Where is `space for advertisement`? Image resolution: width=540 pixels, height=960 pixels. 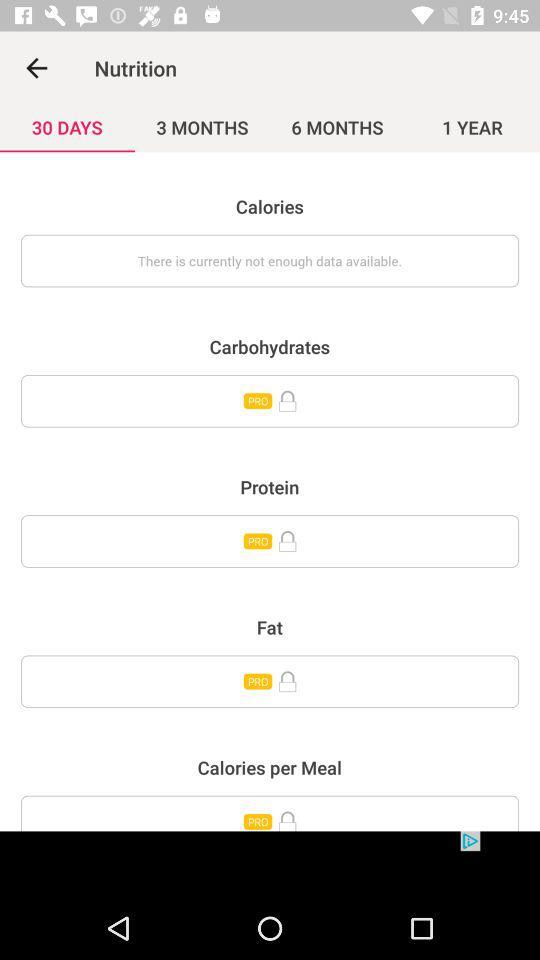
space for advertisement is located at coordinates (270, 863).